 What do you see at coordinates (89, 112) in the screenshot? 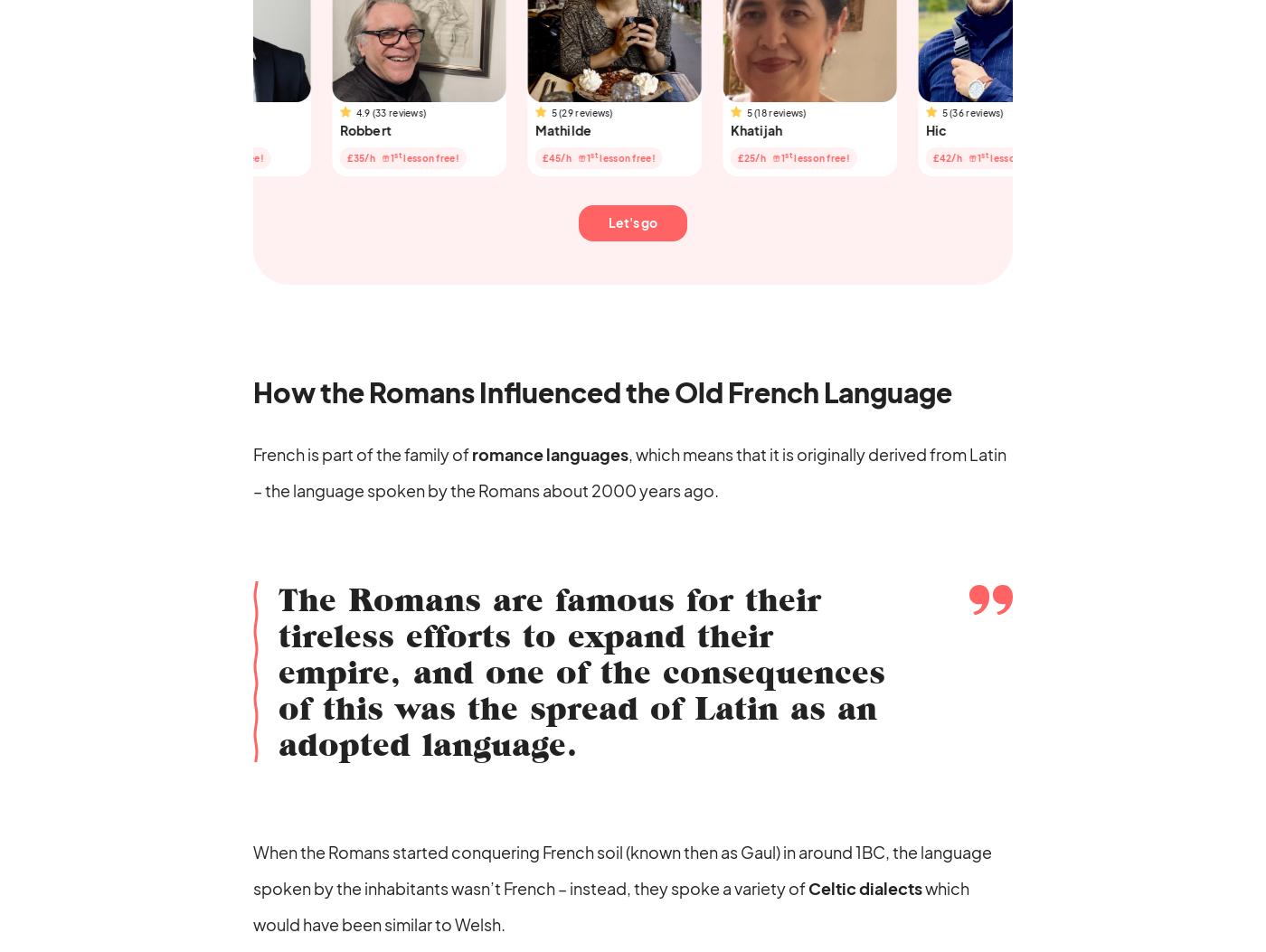
I see `'5 (11 reviews)'` at bounding box center [89, 112].